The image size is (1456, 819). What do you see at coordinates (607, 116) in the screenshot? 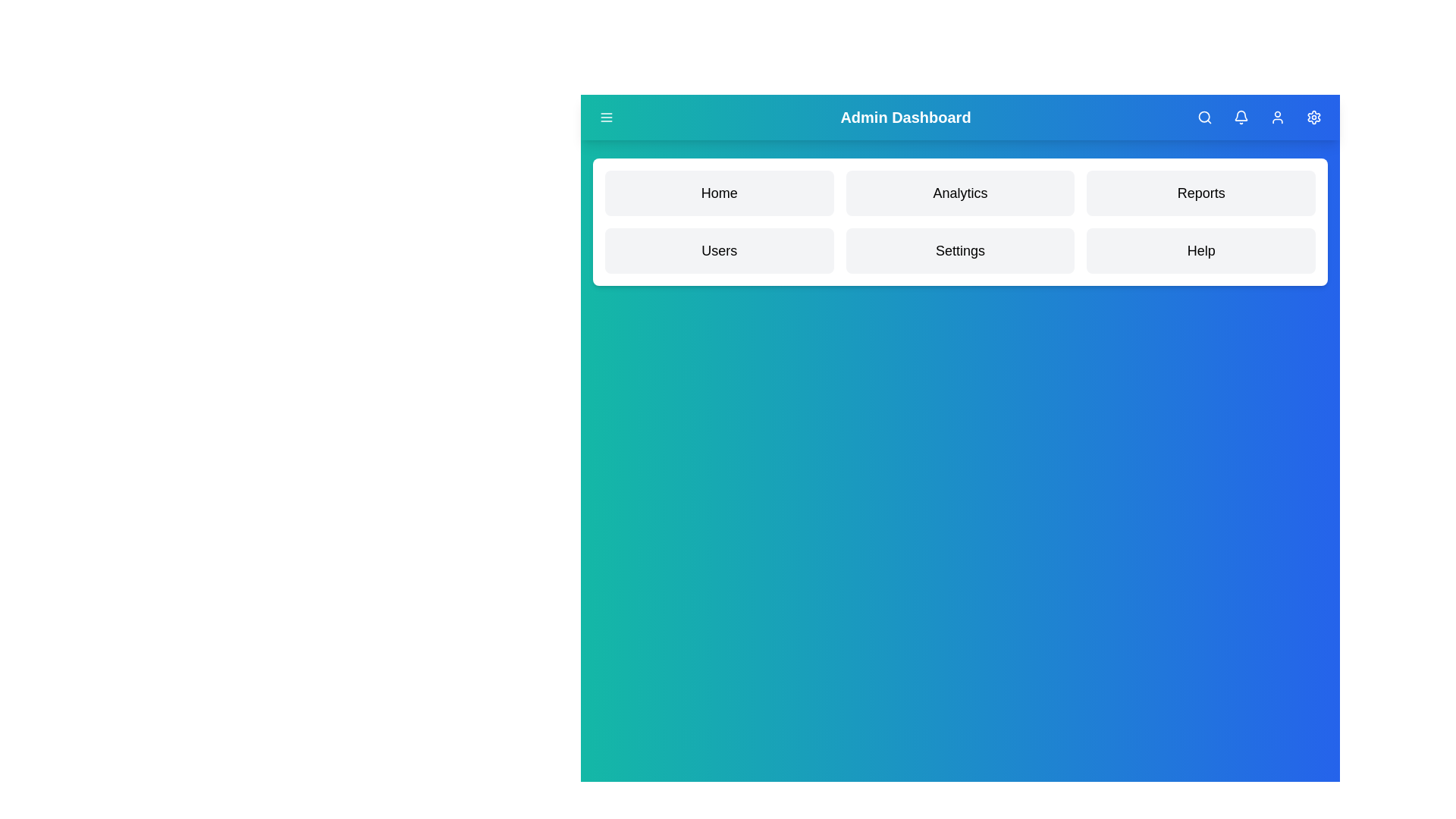
I see `the menu button to toggle the menu's visibility` at bounding box center [607, 116].